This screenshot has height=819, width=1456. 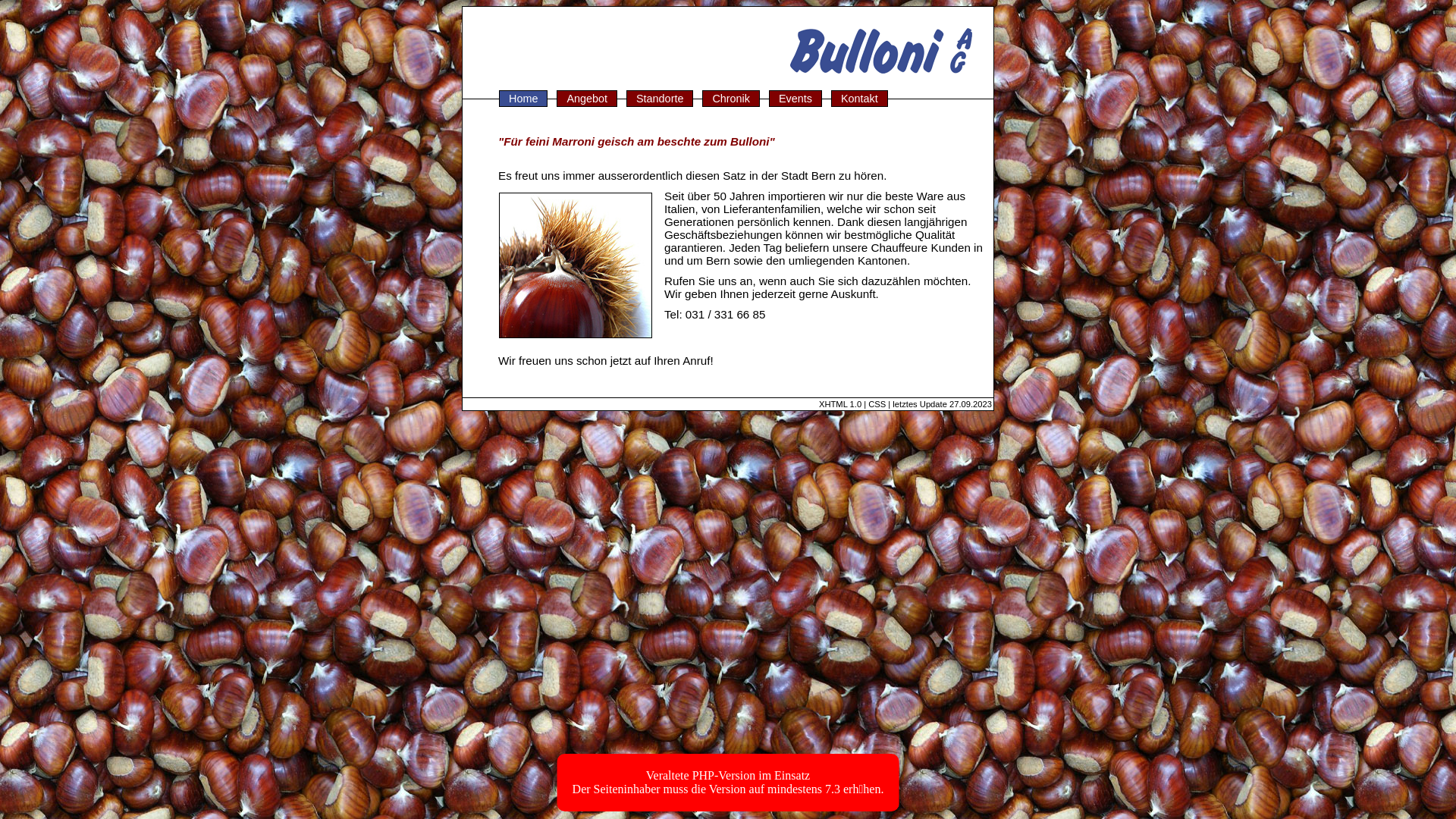 What do you see at coordinates (859, 99) in the screenshot?
I see `'Kontakt'` at bounding box center [859, 99].